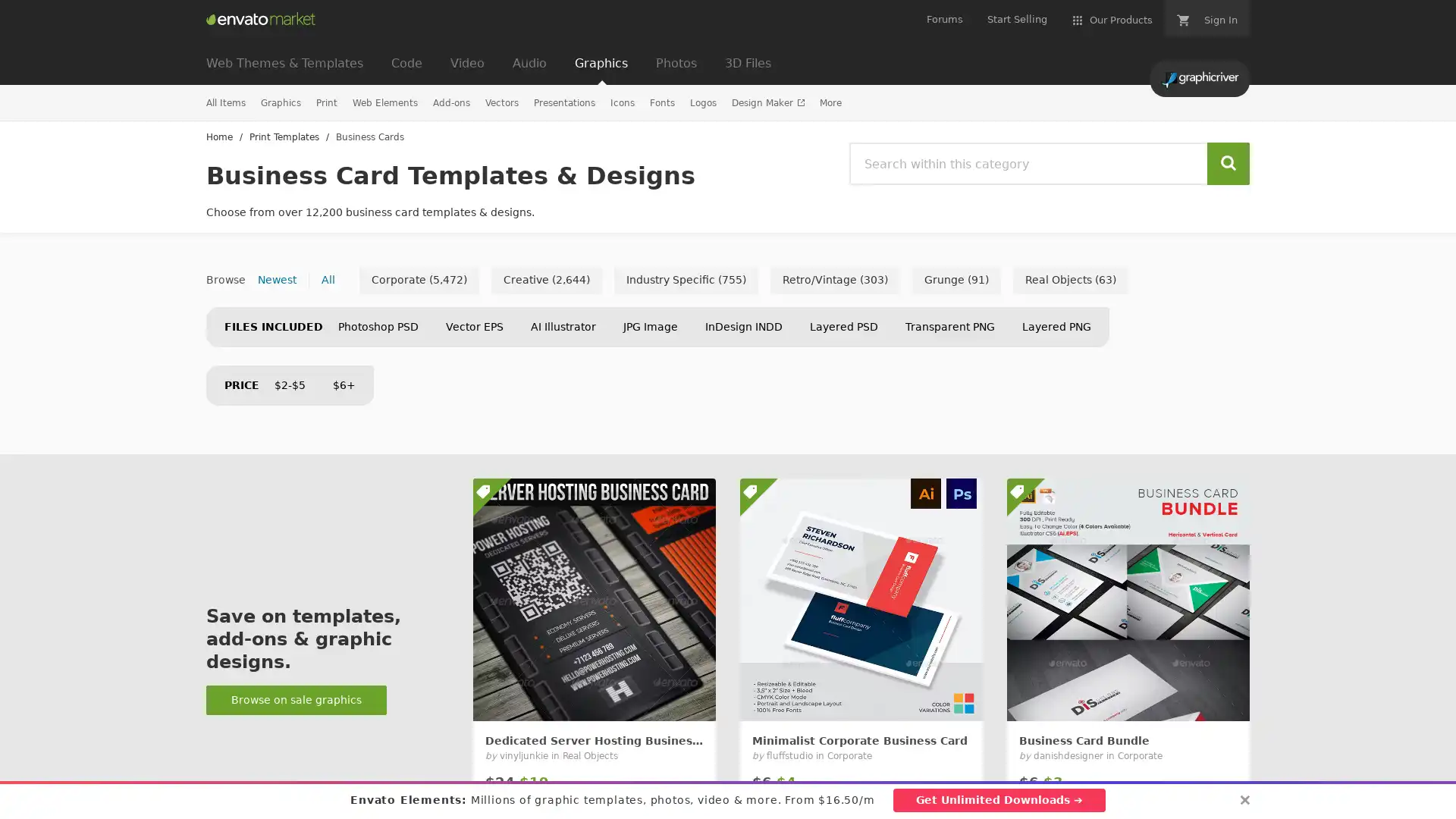  Describe the element at coordinates (962, 699) in the screenshot. I see `Add to Favorites` at that location.